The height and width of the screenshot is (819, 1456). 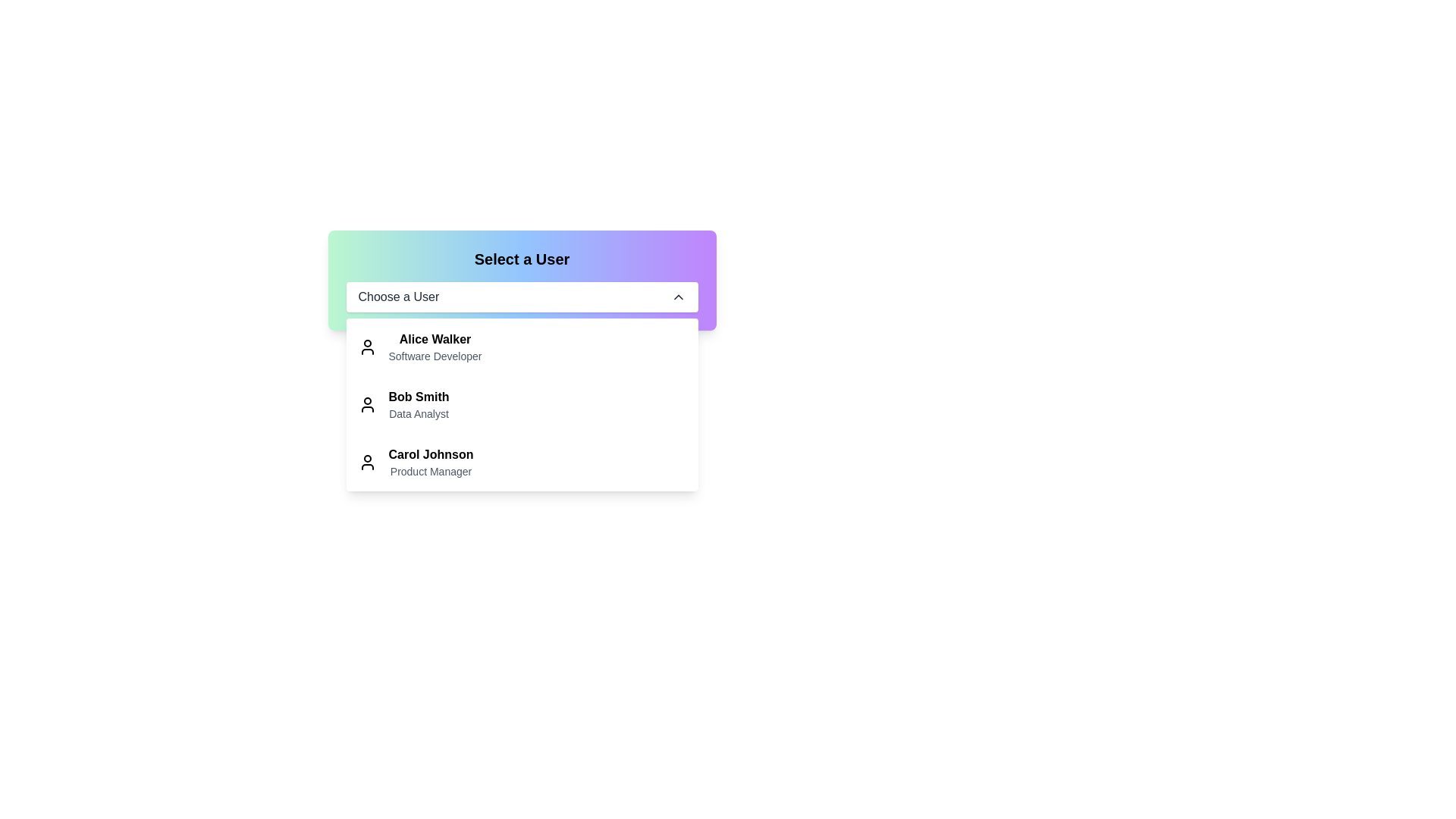 What do you see at coordinates (522, 461) in the screenshot?
I see `the list item 'Carol Johnson' within the dropdown menu` at bounding box center [522, 461].